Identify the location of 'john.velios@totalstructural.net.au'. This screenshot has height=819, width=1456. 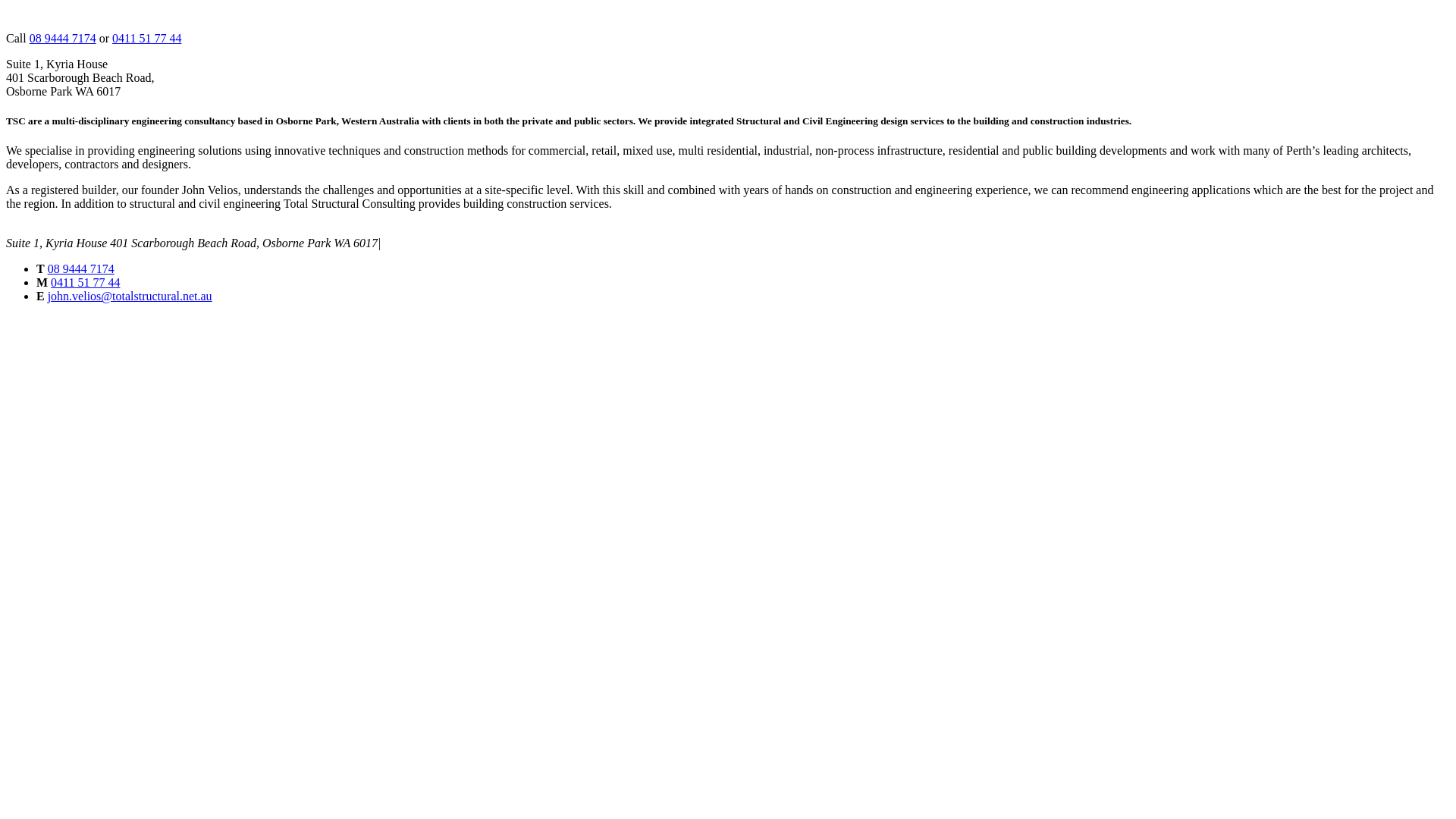
(130, 296).